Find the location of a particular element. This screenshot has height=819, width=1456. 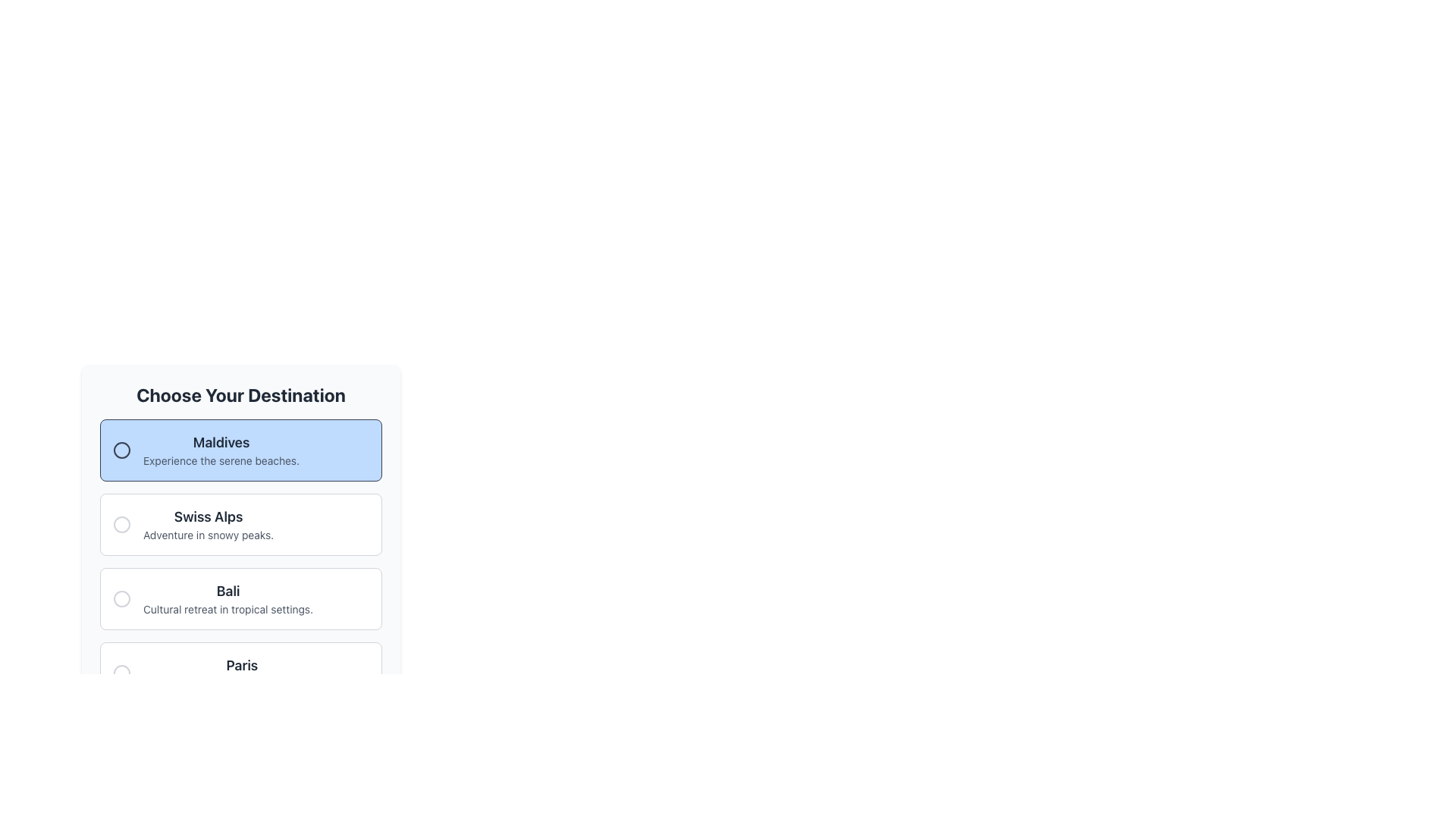

on the text label reading 'Bali', which is styled with bold typography and is the title of an option in a vertical list of destinations is located at coordinates (227, 590).